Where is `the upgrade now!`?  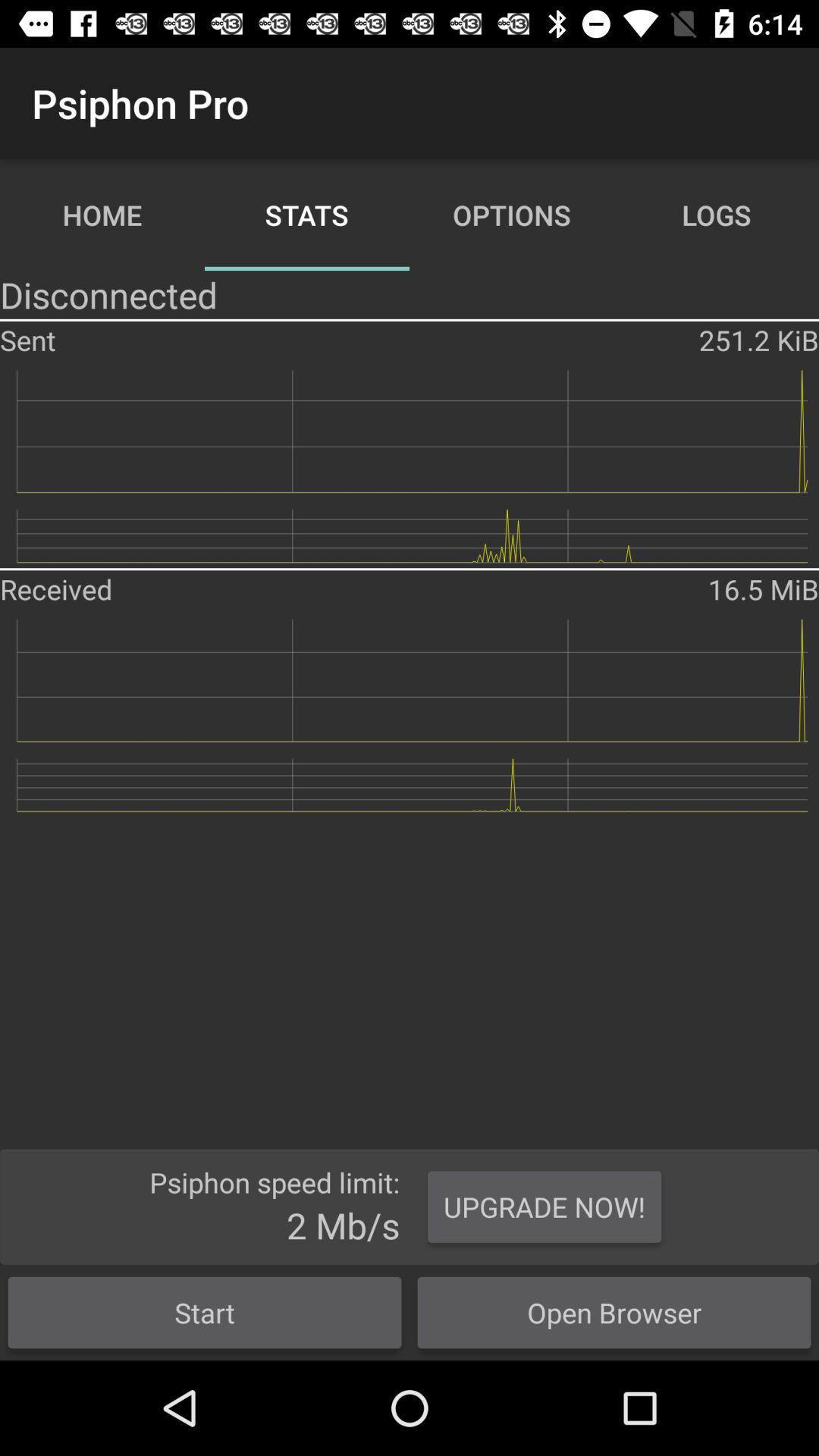 the upgrade now! is located at coordinates (544, 1206).